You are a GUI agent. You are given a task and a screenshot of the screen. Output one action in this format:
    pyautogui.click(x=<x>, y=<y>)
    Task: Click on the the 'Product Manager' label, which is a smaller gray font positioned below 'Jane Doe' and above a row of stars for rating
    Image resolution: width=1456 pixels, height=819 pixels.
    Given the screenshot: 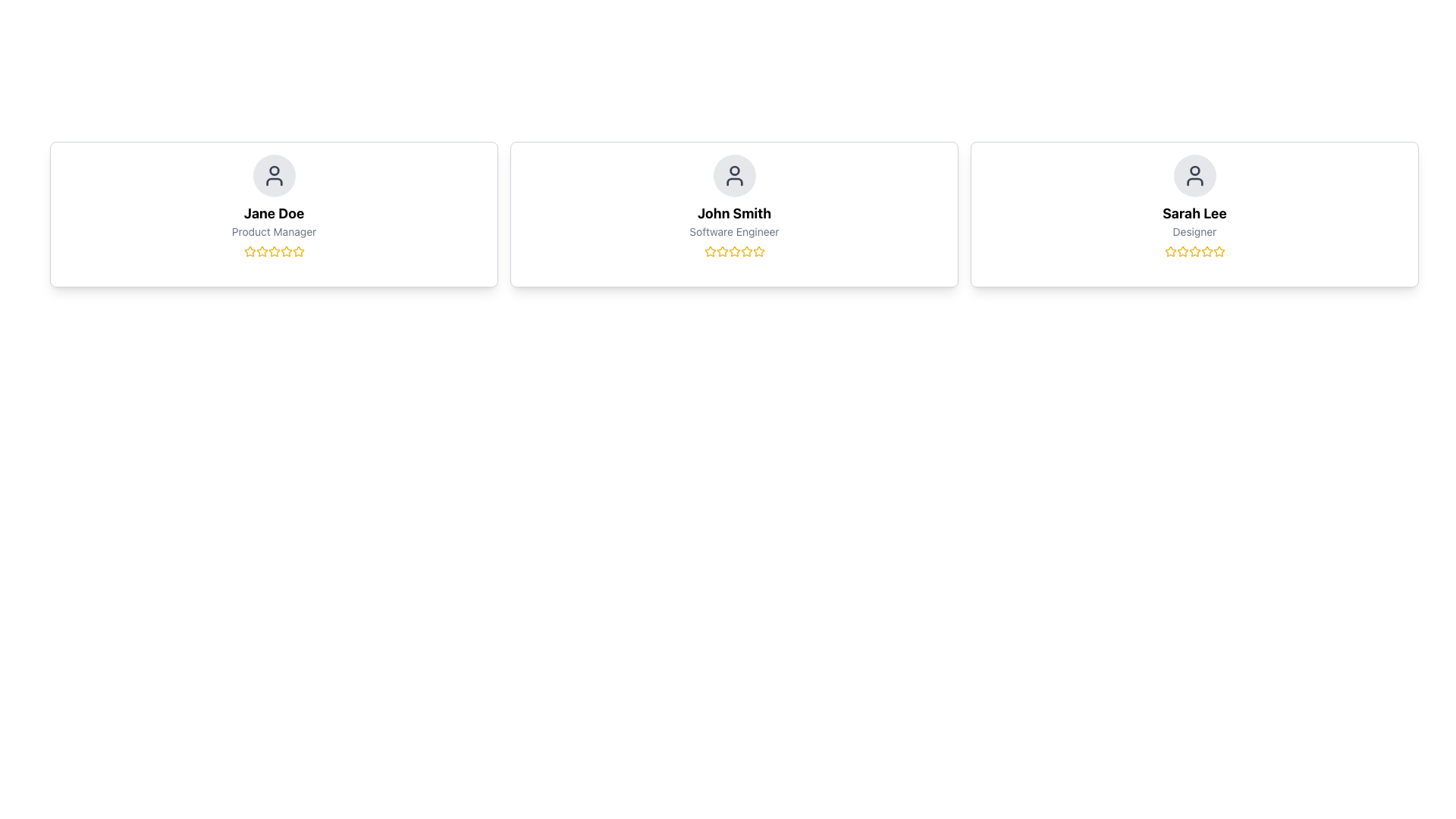 What is the action you would take?
    pyautogui.click(x=274, y=231)
    